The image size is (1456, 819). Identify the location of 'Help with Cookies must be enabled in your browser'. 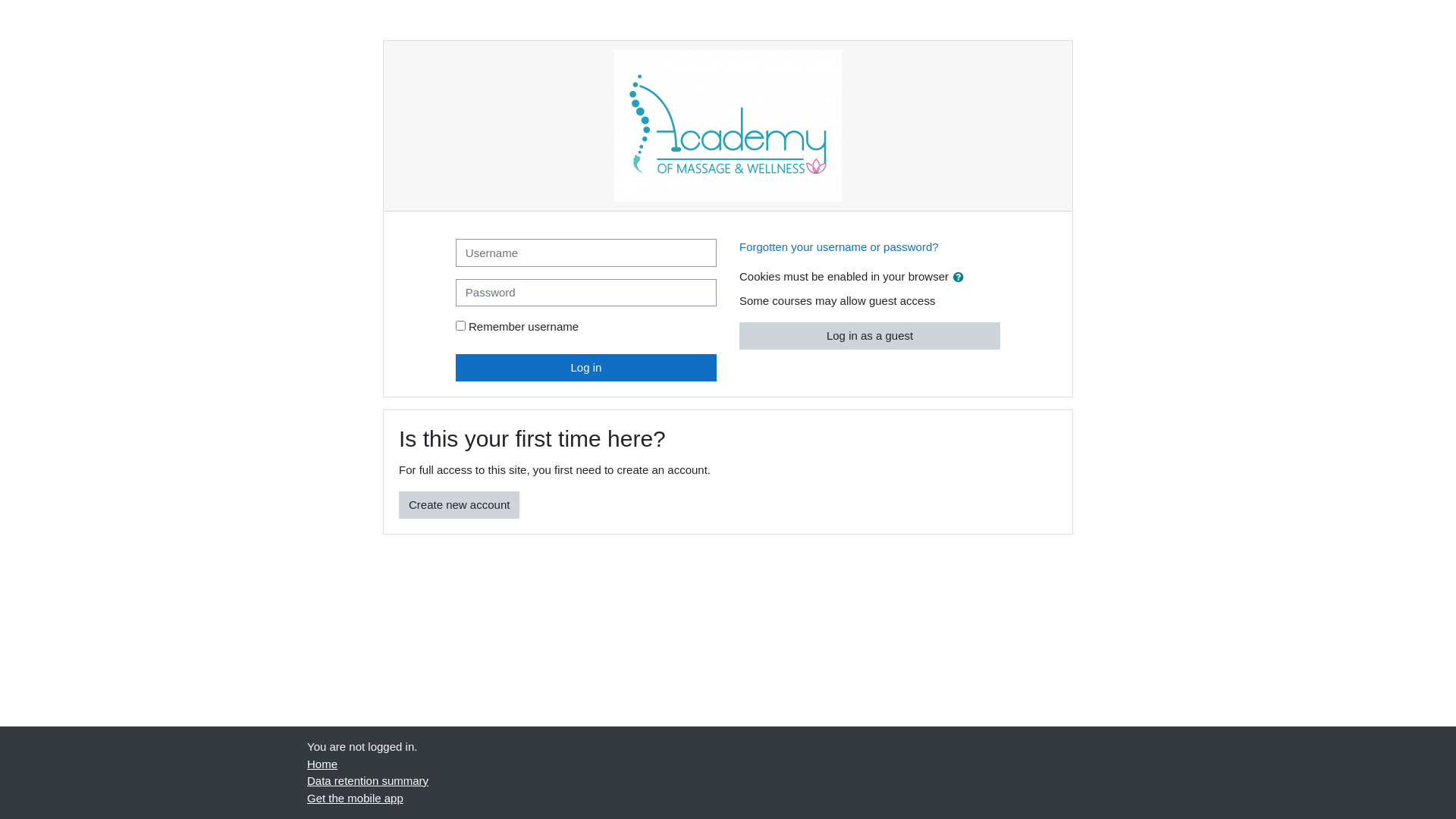
(957, 275).